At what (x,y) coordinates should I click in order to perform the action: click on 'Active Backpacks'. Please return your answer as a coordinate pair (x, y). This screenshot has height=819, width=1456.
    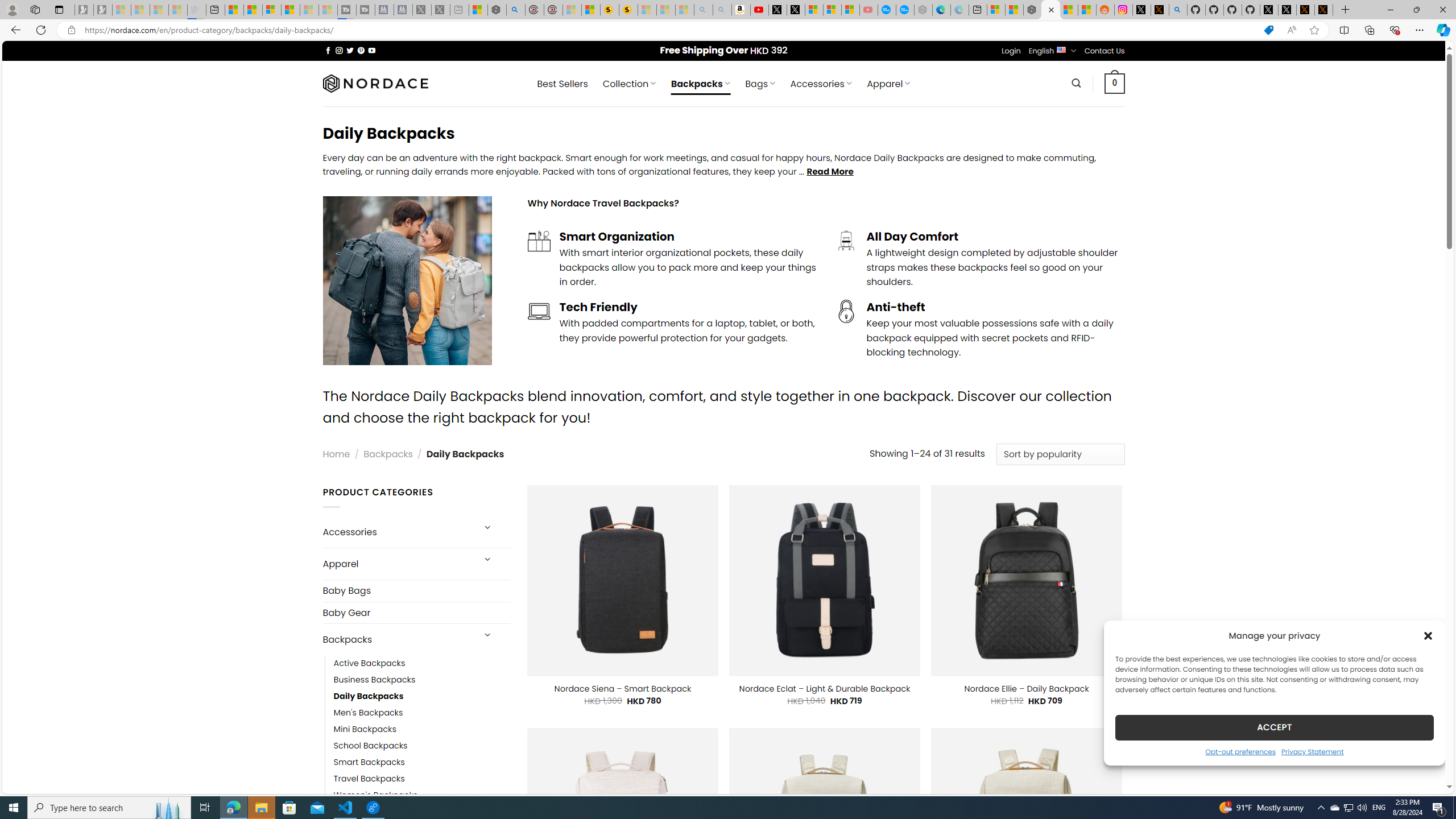
    Looking at the image, I should click on (421, 664).